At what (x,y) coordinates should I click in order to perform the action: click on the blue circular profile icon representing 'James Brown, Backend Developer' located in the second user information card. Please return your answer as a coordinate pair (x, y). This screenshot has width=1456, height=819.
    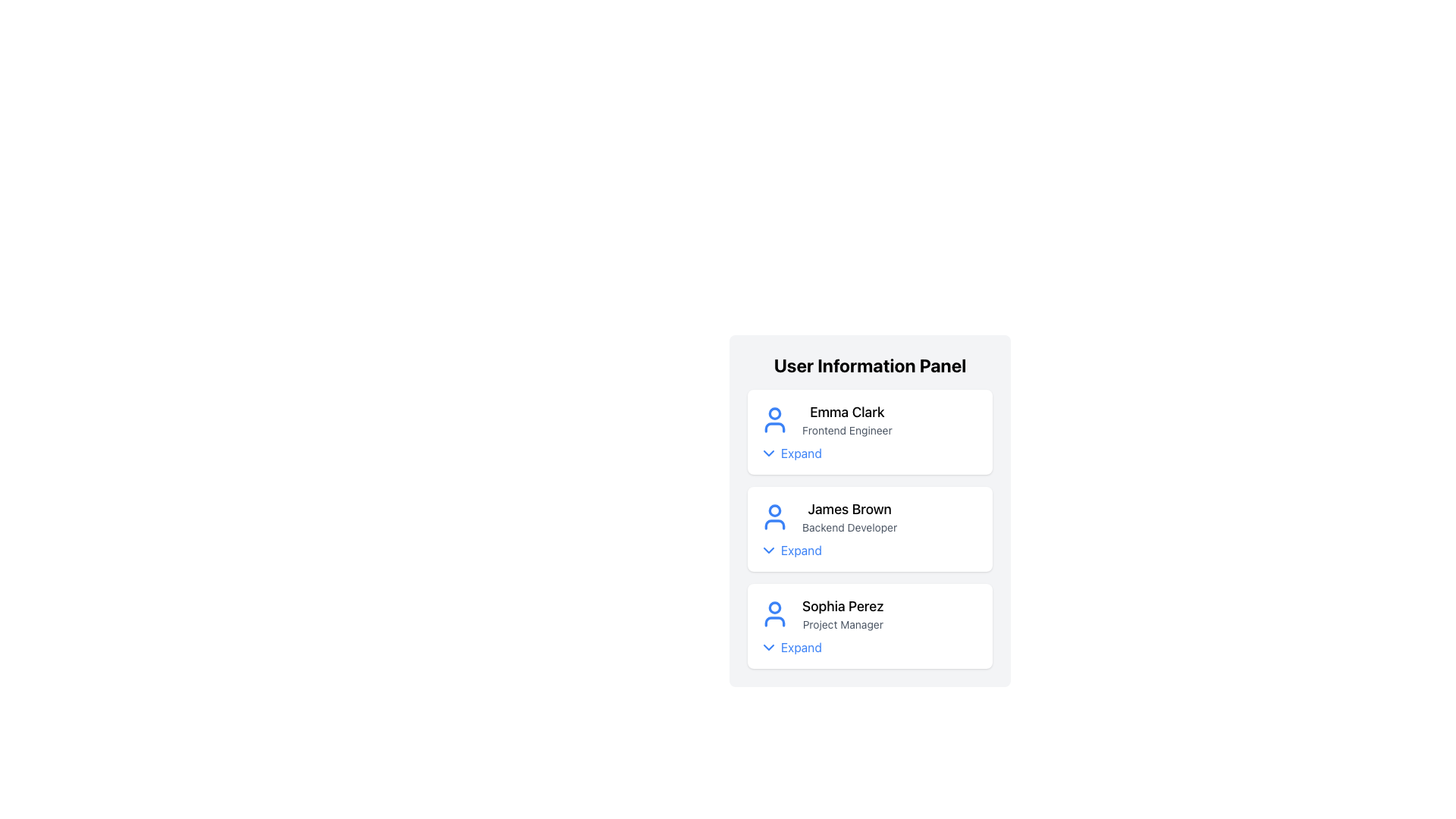
    Looking at the image, I should click on (775, 510).